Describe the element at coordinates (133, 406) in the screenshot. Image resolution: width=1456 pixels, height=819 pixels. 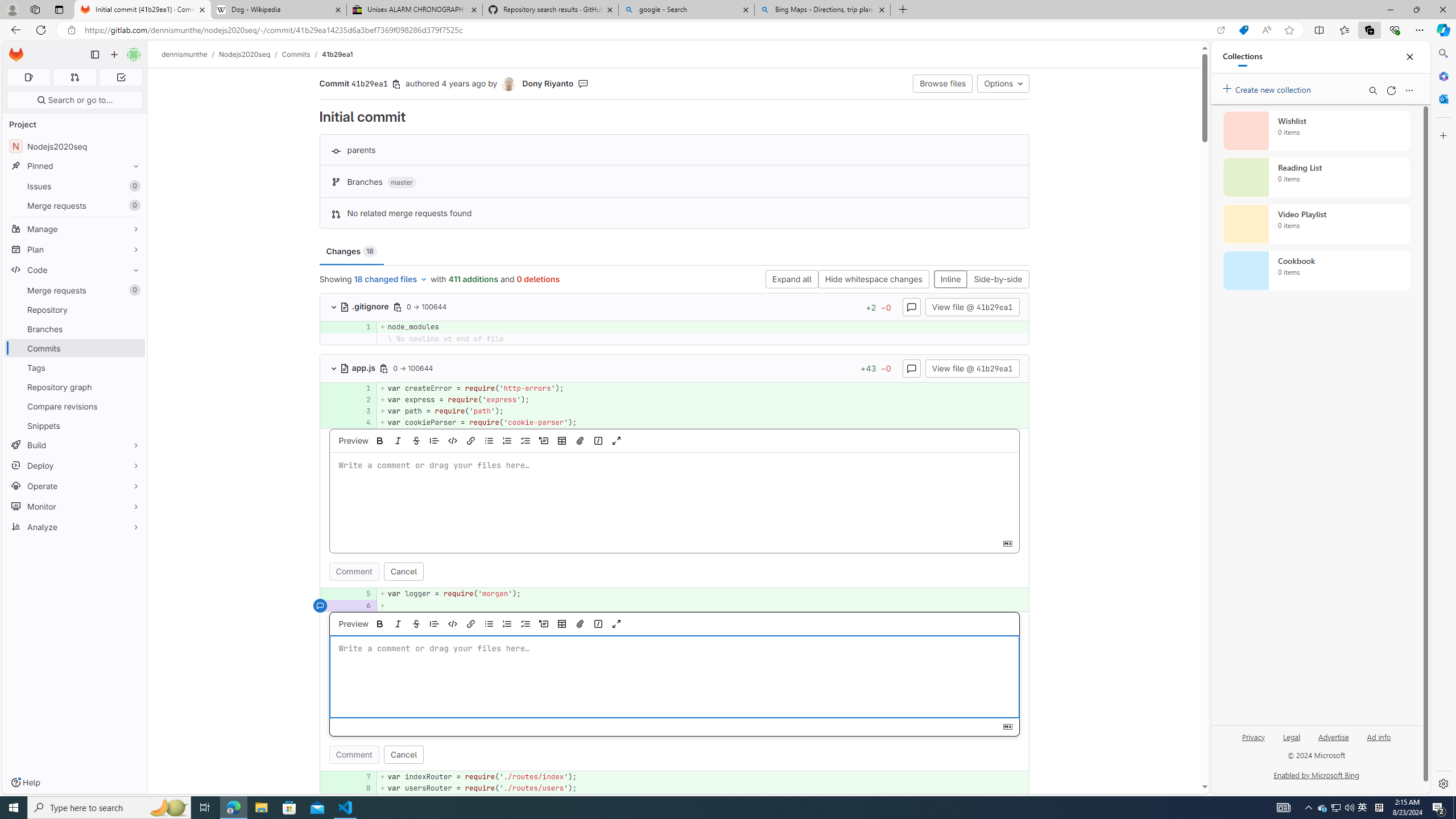
I see `'Pin Compare revisions'` at that location.